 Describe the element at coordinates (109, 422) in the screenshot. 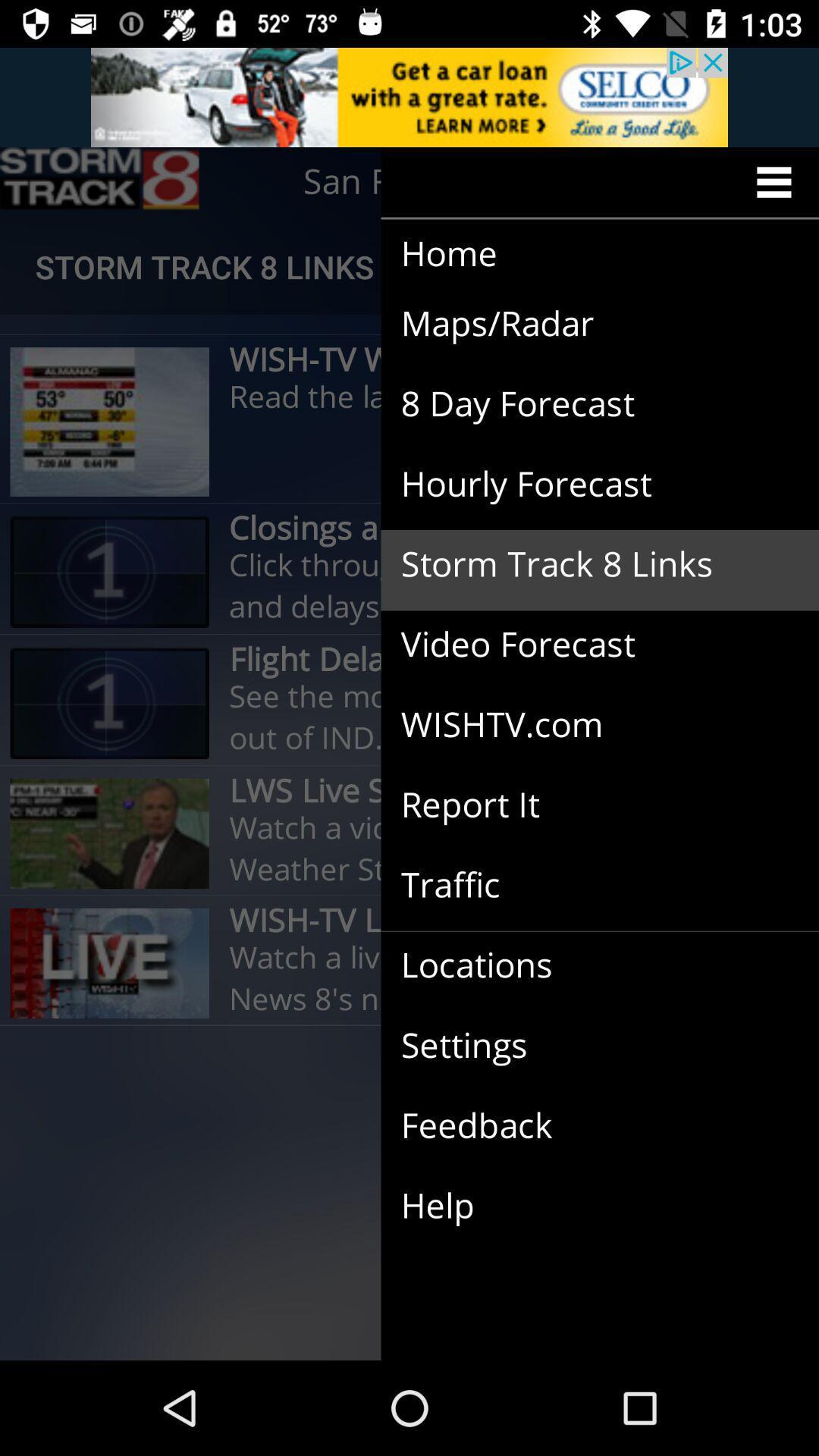

I see `the first image below storm track 8 links` at that location.